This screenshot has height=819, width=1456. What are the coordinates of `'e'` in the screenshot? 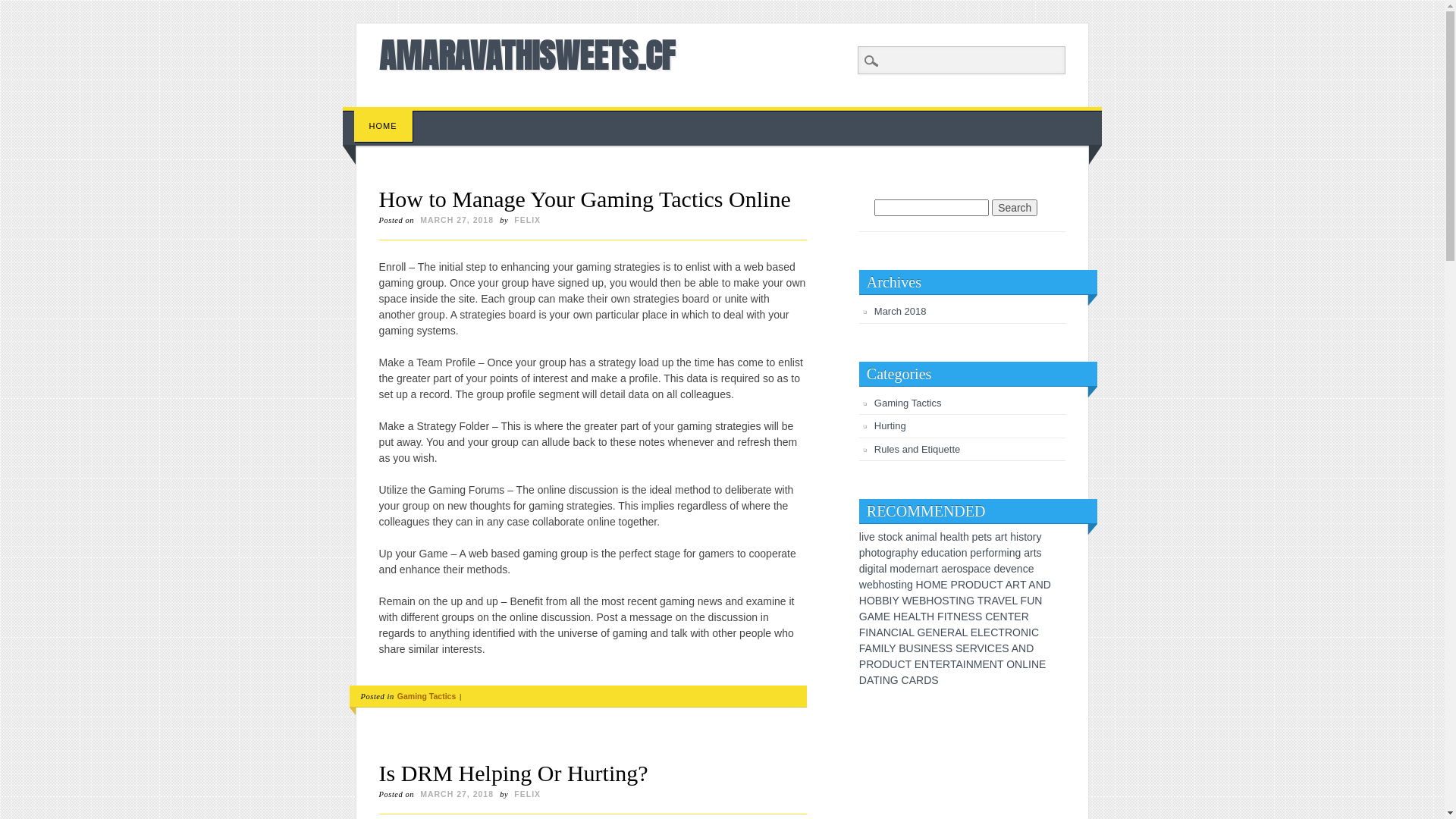 It's located at (949, 568).